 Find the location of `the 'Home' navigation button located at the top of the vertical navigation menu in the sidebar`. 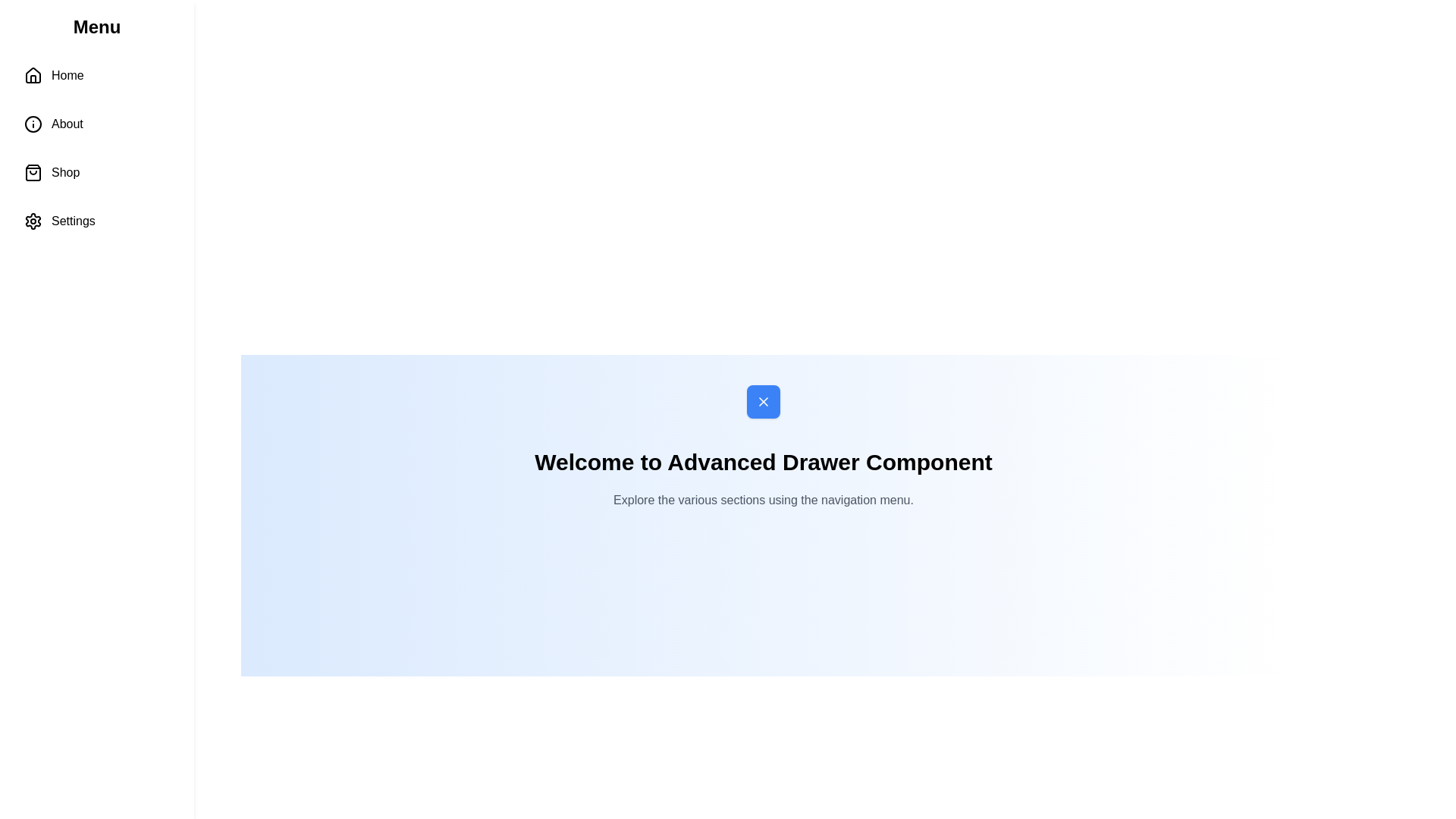

the 'Home' navigation button located at the top of the vertical navigation menu in the sidebar is located at coordinates (96, 76).